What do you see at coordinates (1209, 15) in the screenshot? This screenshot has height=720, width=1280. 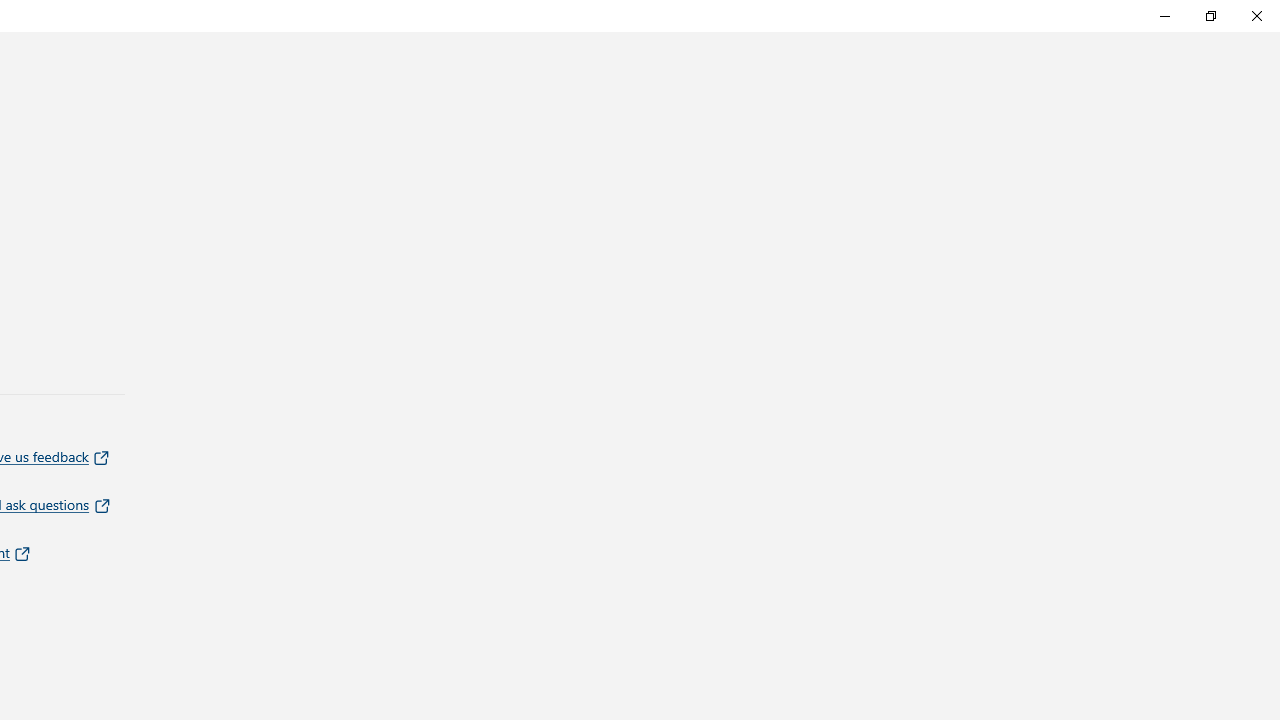 I see `'Restore Feedback Hub'` at bounding box center [1209, 15].